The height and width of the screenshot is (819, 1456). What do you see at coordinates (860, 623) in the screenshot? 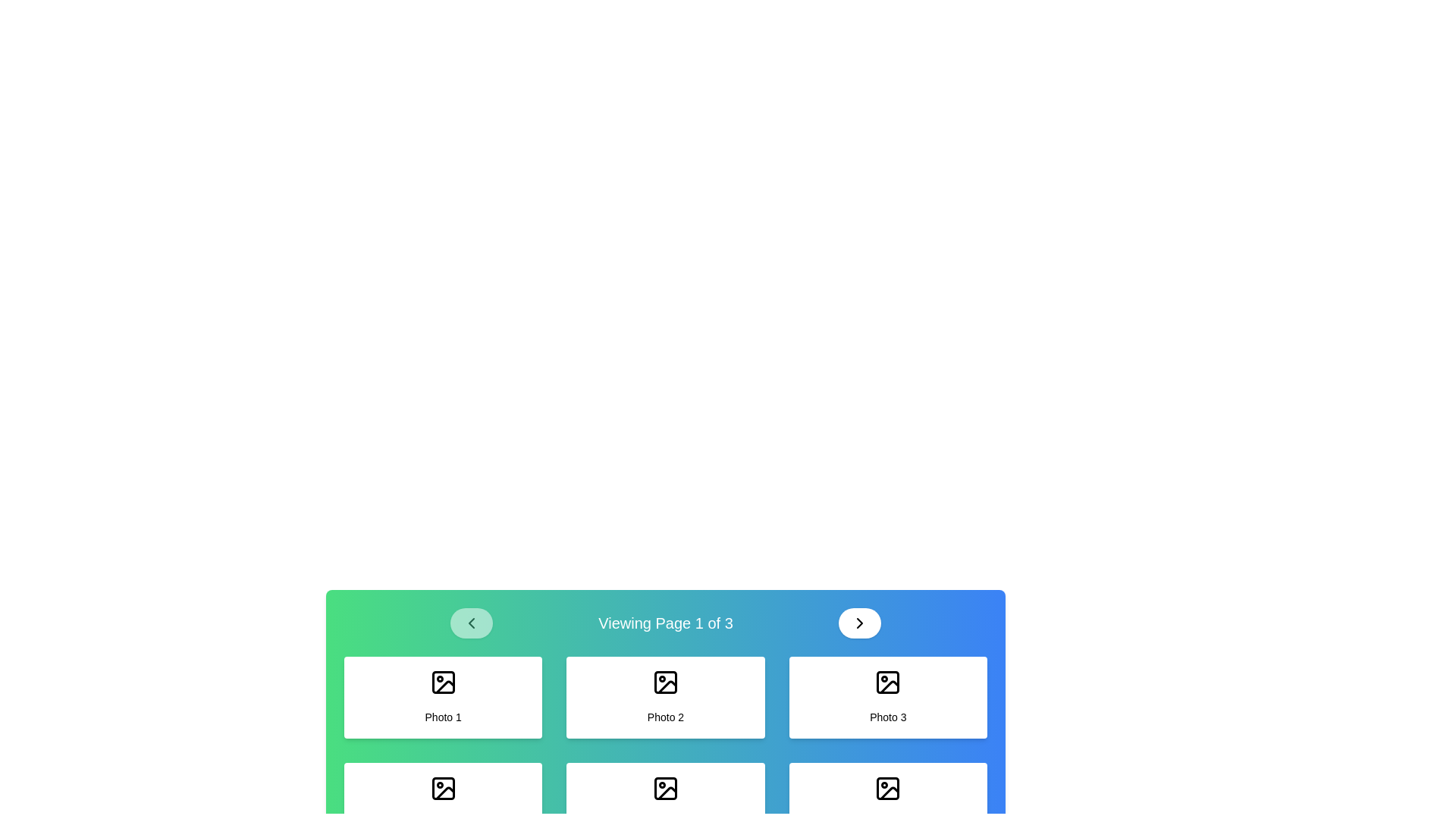
I see `the arrow icon located in the blue-shaded right section of the footer, aligned horizontally with the text 'Viewing Page 1 of 3', to enable accessibility navigation` at bounding box center [860, 623].